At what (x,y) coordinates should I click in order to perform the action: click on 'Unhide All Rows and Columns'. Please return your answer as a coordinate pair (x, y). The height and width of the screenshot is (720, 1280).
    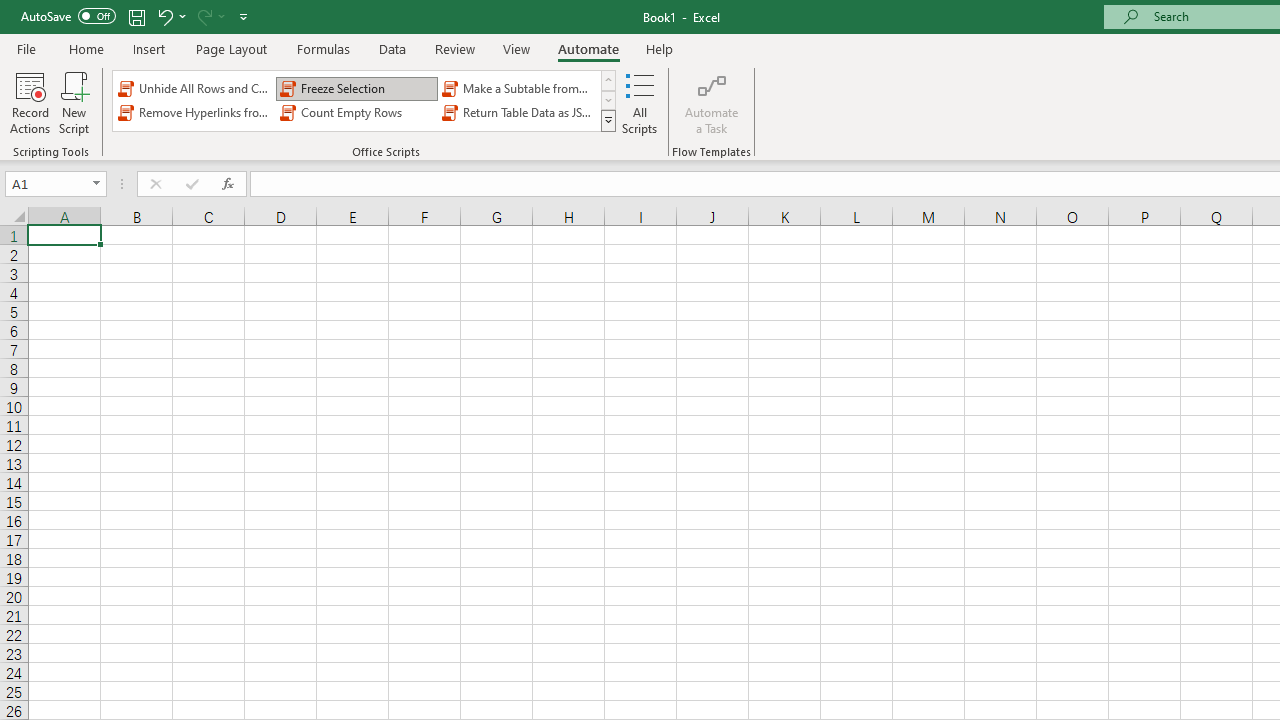
    Looking at the image, I should click on (195, 87).